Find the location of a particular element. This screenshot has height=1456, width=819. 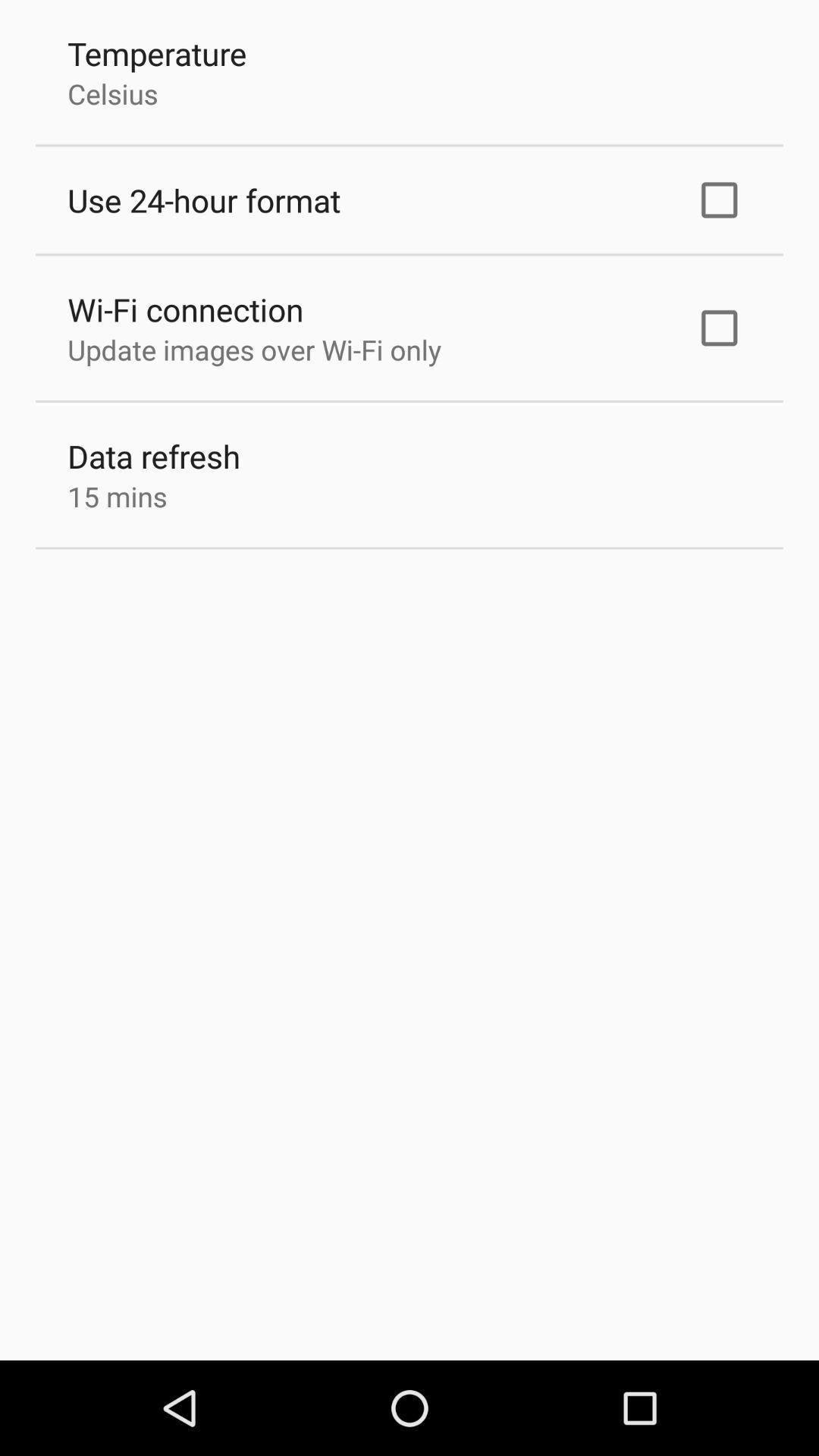

item below the celsius icon is located at coordinates (203, 199).